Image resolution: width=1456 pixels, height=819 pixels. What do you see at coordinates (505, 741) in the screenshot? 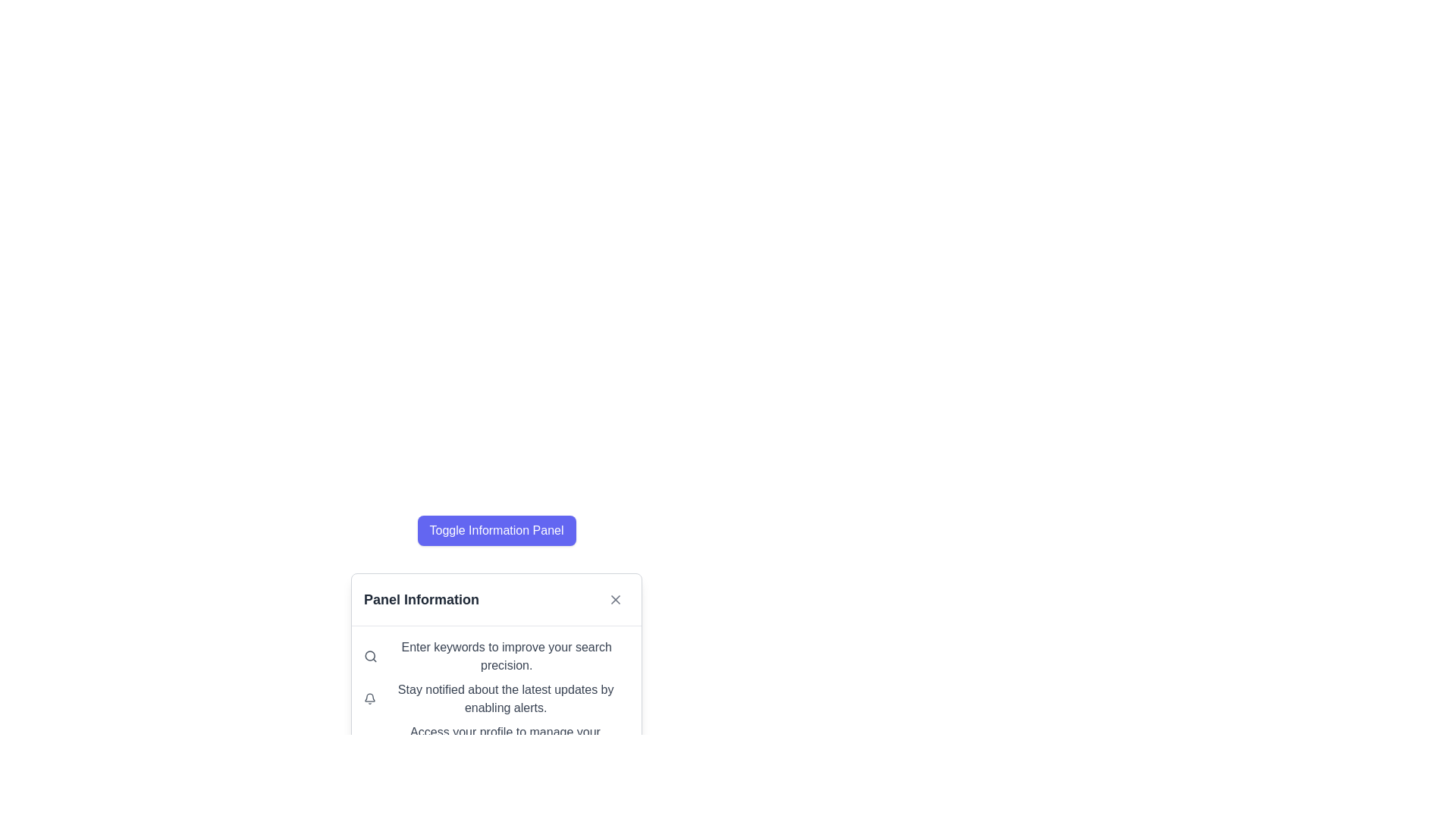
I see `the textual label that reads 'Access your profile to manage your preferences and settings.' located at the bottom of the 'Panel Information' card` at bounding box center [505, 741].